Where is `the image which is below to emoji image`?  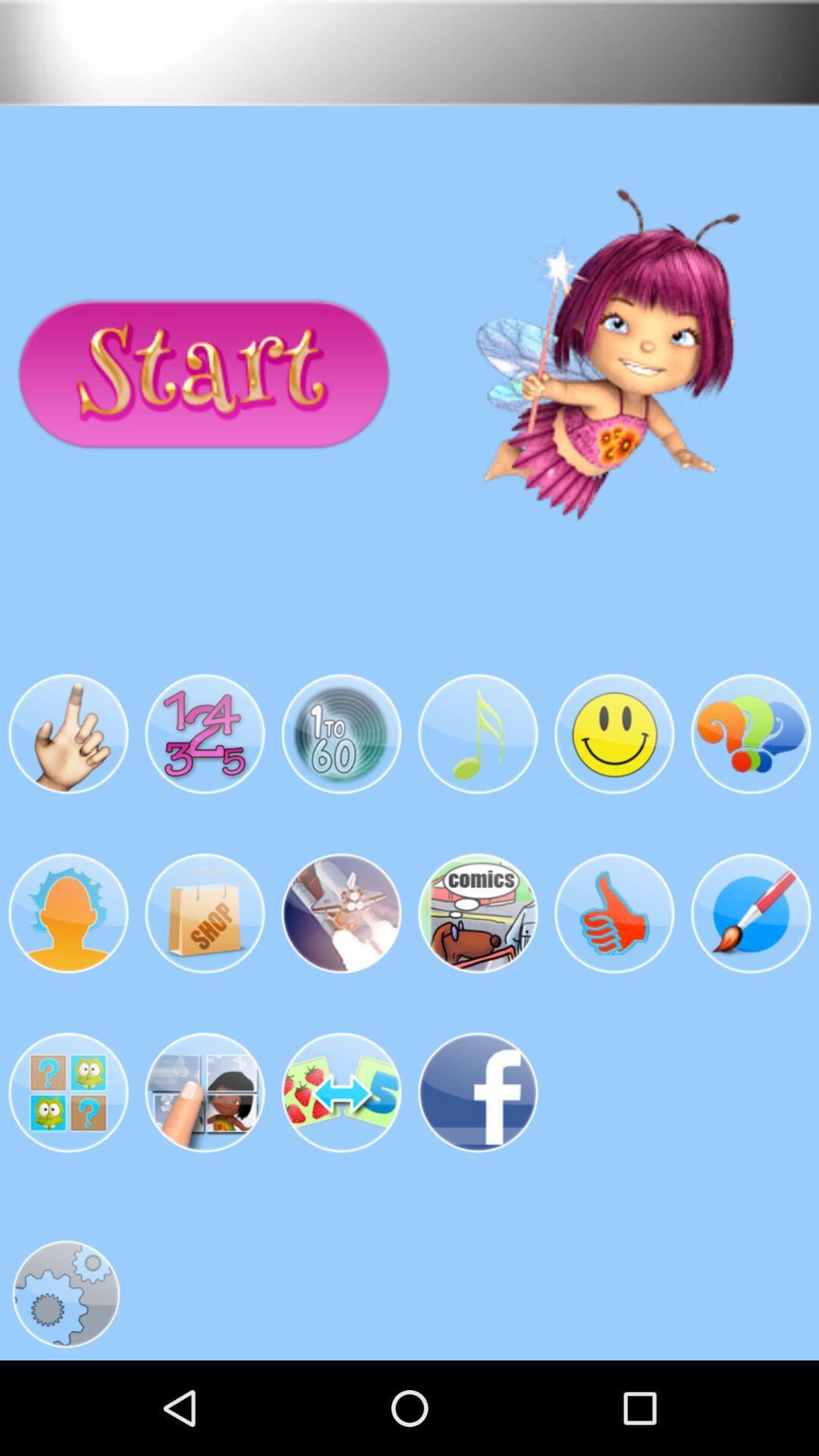 the image which is below to emoji image is located at coordinates (614, 912).